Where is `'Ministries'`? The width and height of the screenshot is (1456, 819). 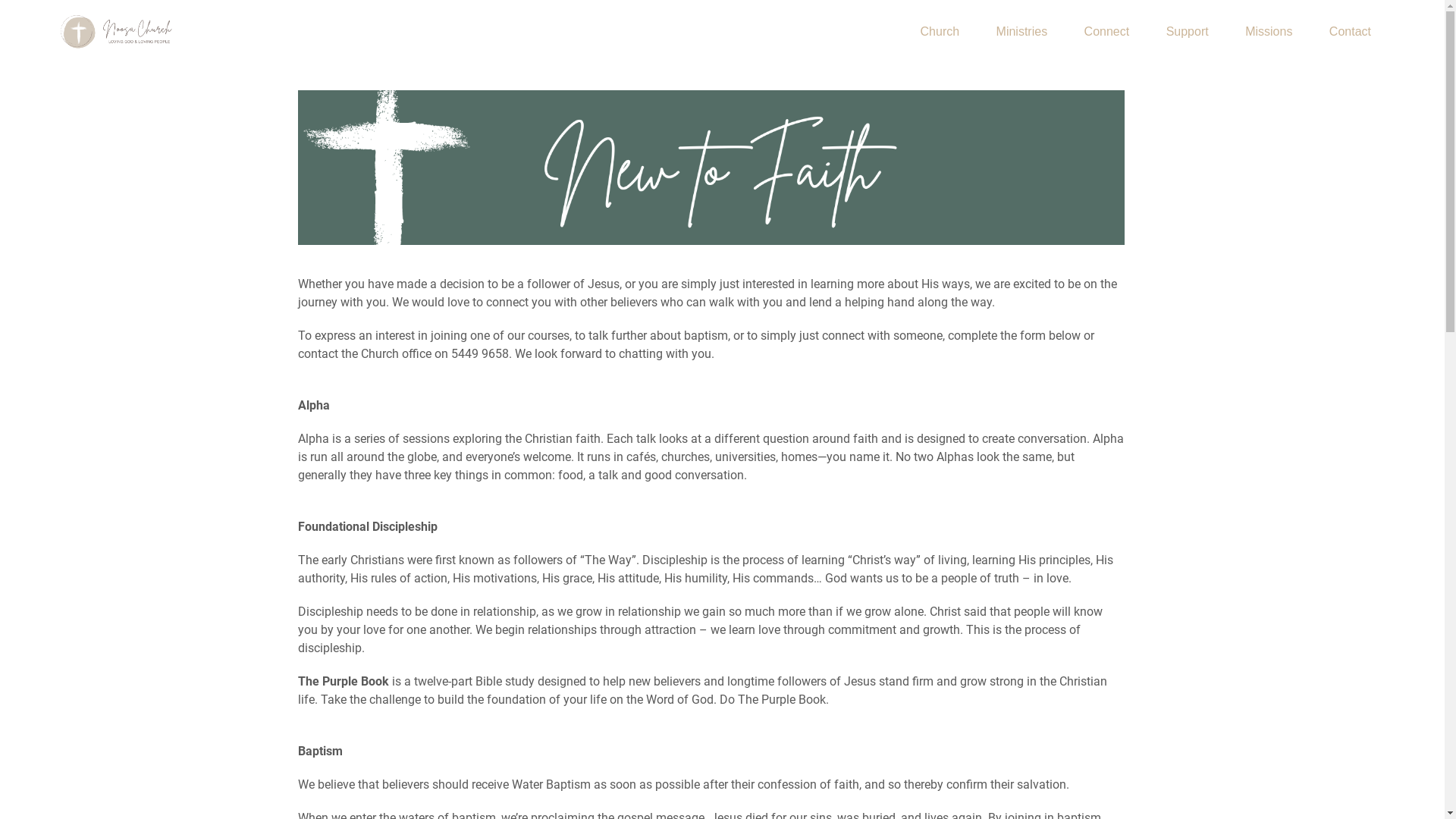 'Ministries' is located at coordinates (1022, 32).